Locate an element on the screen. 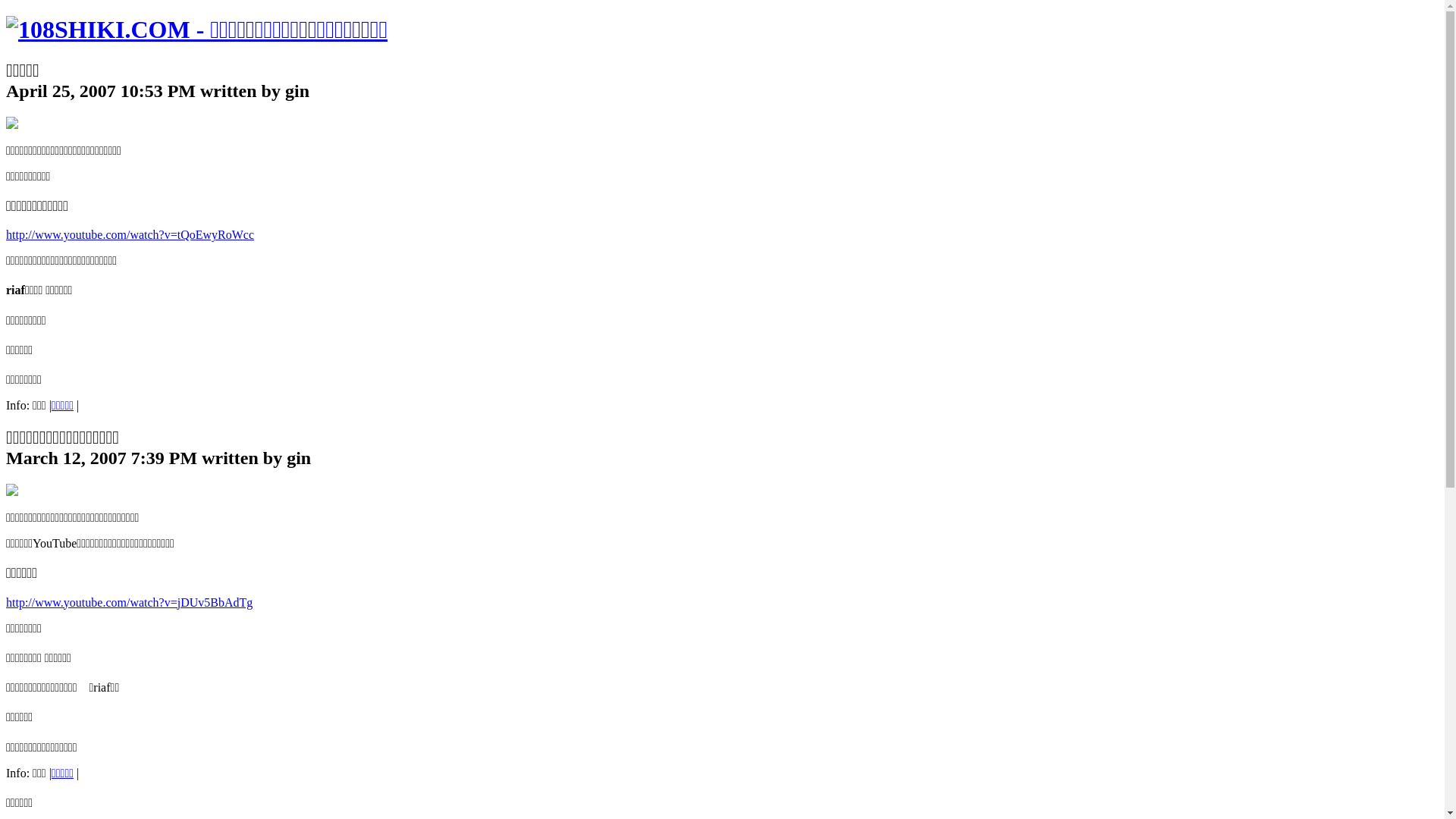  'http://www.youtube.com/watch?v=jDUv5BbAdTg' is located at coordinates (129, 601).